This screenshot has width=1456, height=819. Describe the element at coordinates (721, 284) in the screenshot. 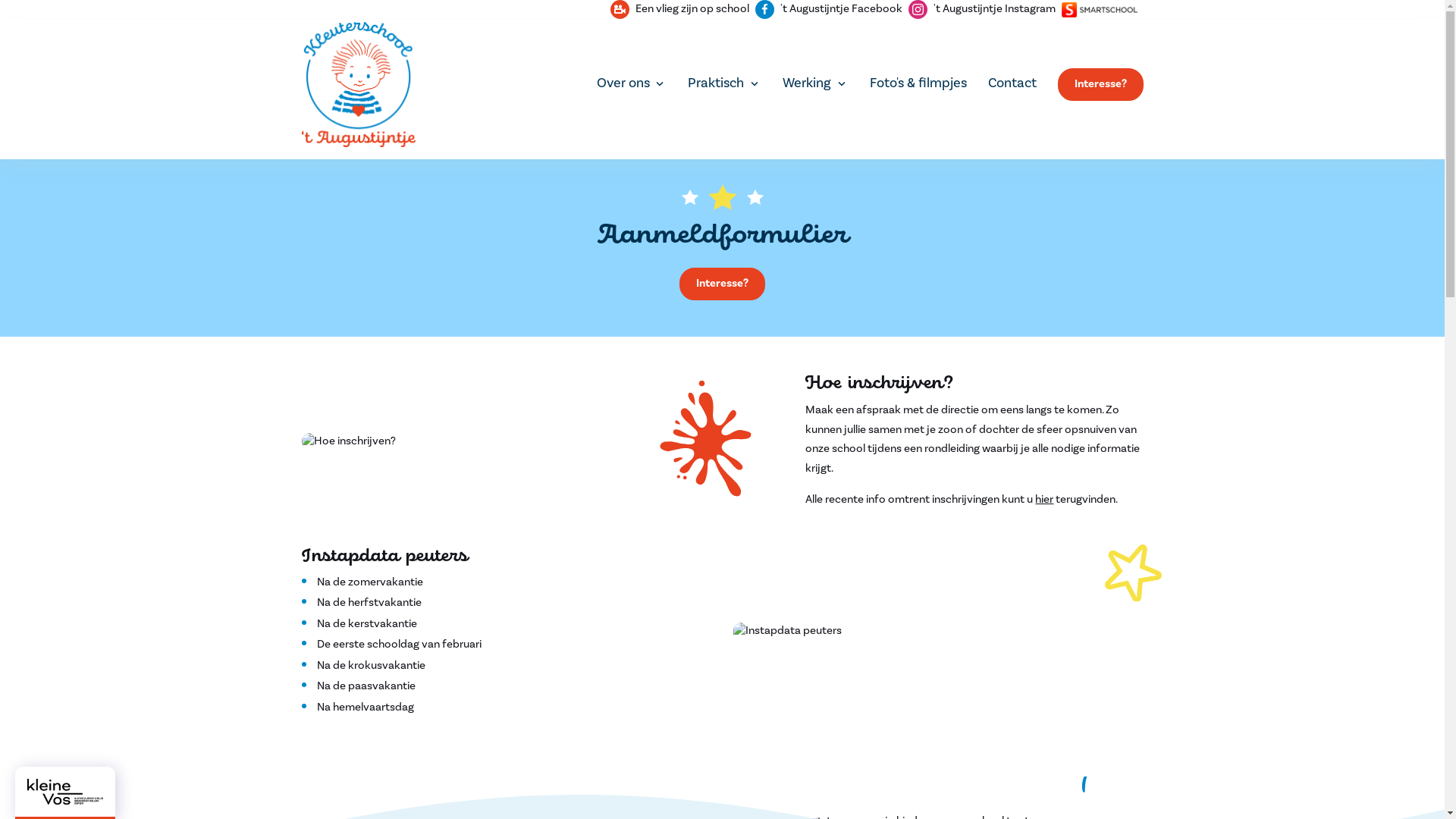

I see `'Interesse?'` at that location.